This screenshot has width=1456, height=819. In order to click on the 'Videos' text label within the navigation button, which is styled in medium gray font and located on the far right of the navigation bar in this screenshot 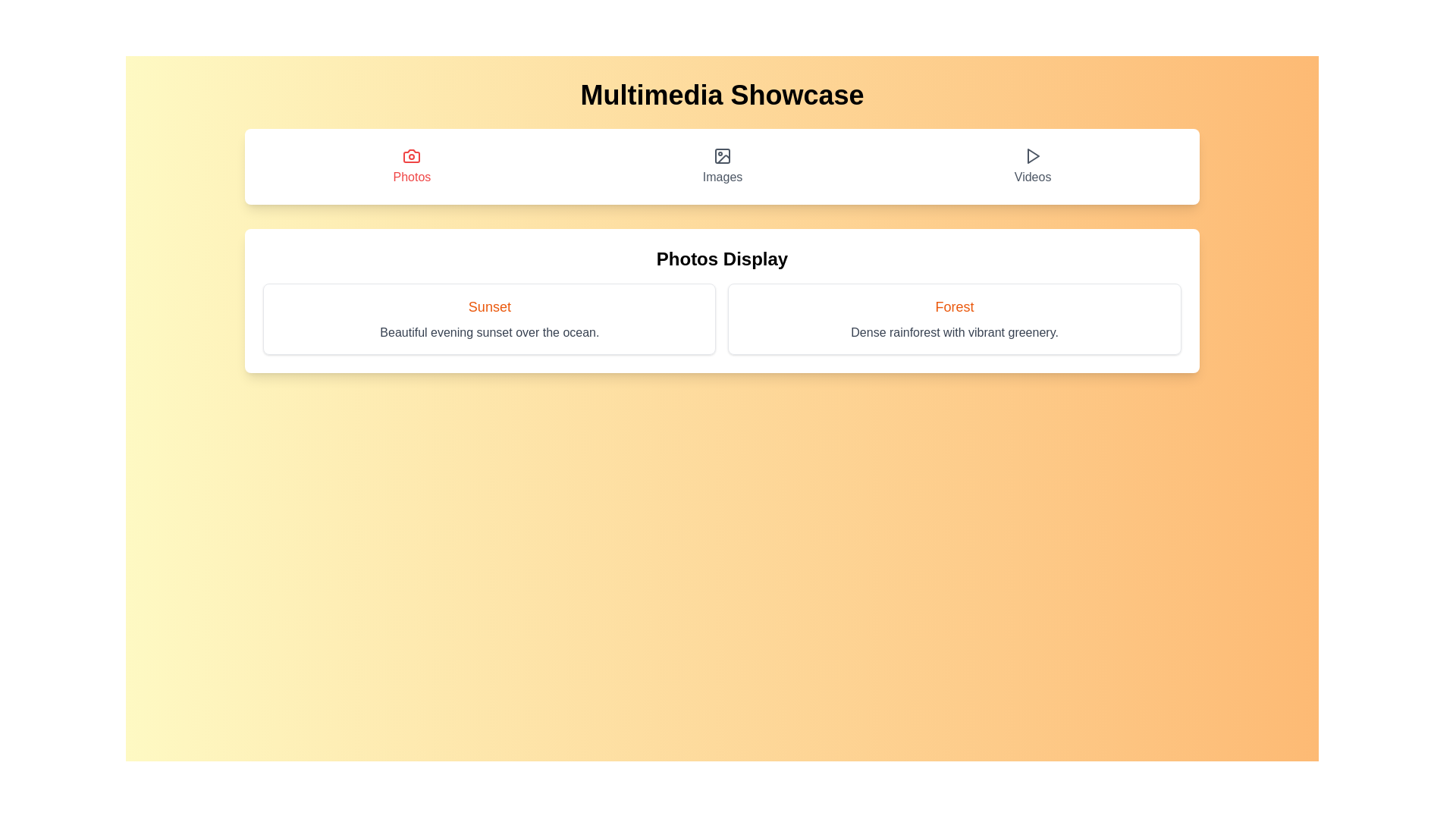, I will do `click(1032, 177)`.